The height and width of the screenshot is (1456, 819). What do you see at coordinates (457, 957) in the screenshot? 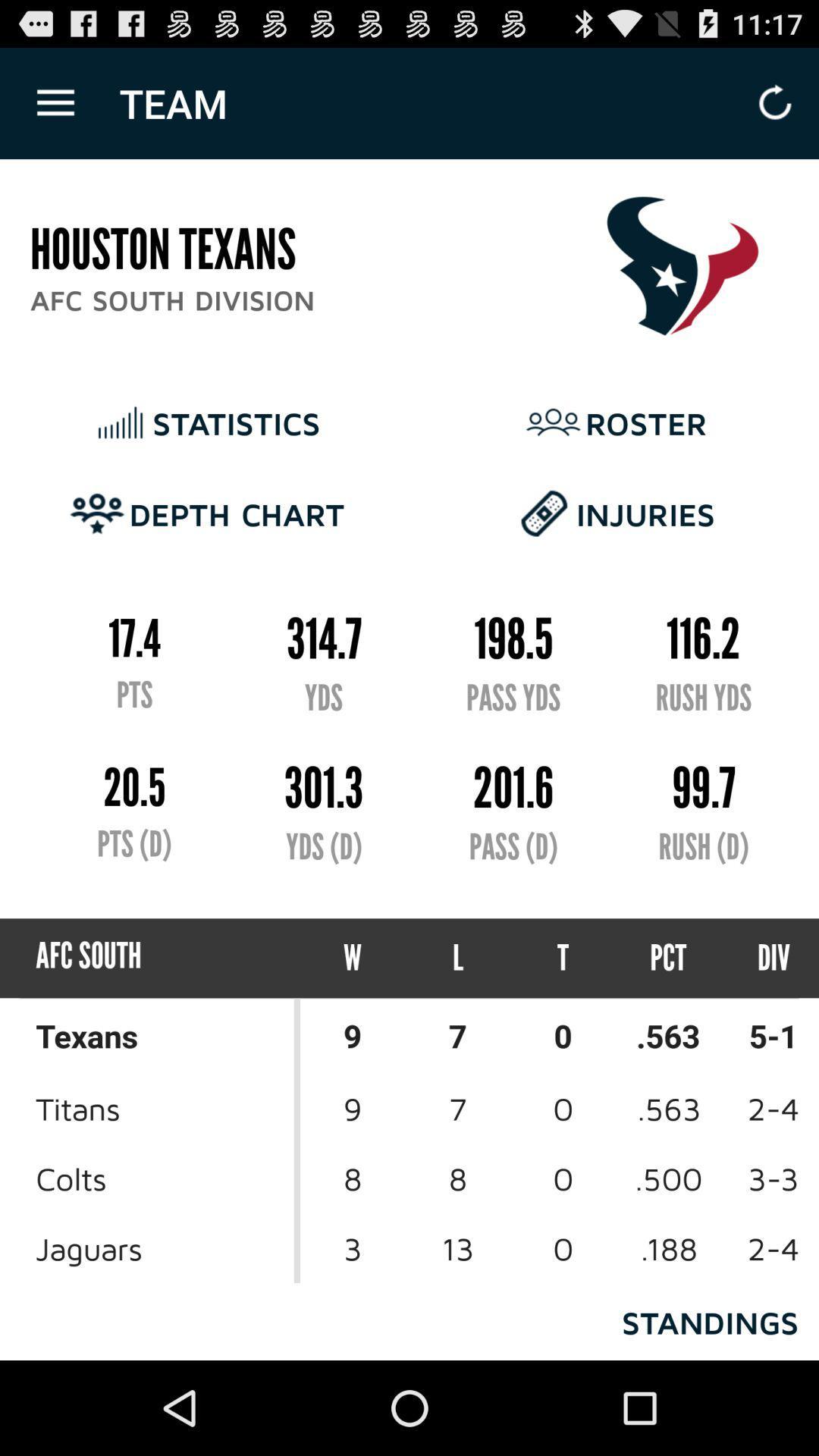
I see `the l item` at bounding box center [457, 957].